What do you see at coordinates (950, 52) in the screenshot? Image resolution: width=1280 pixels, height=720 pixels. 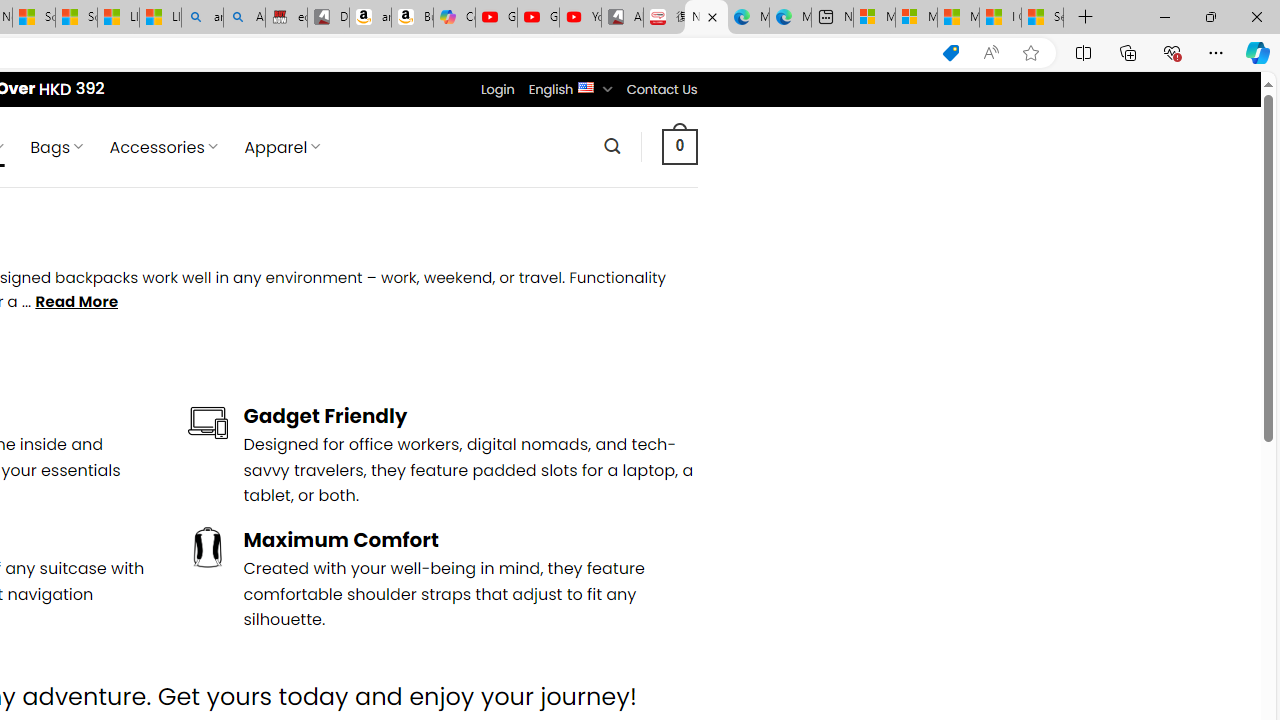 I see `'This site has coupons! Shopping in Microsoft Edge'` at bounding box center [950, 52].